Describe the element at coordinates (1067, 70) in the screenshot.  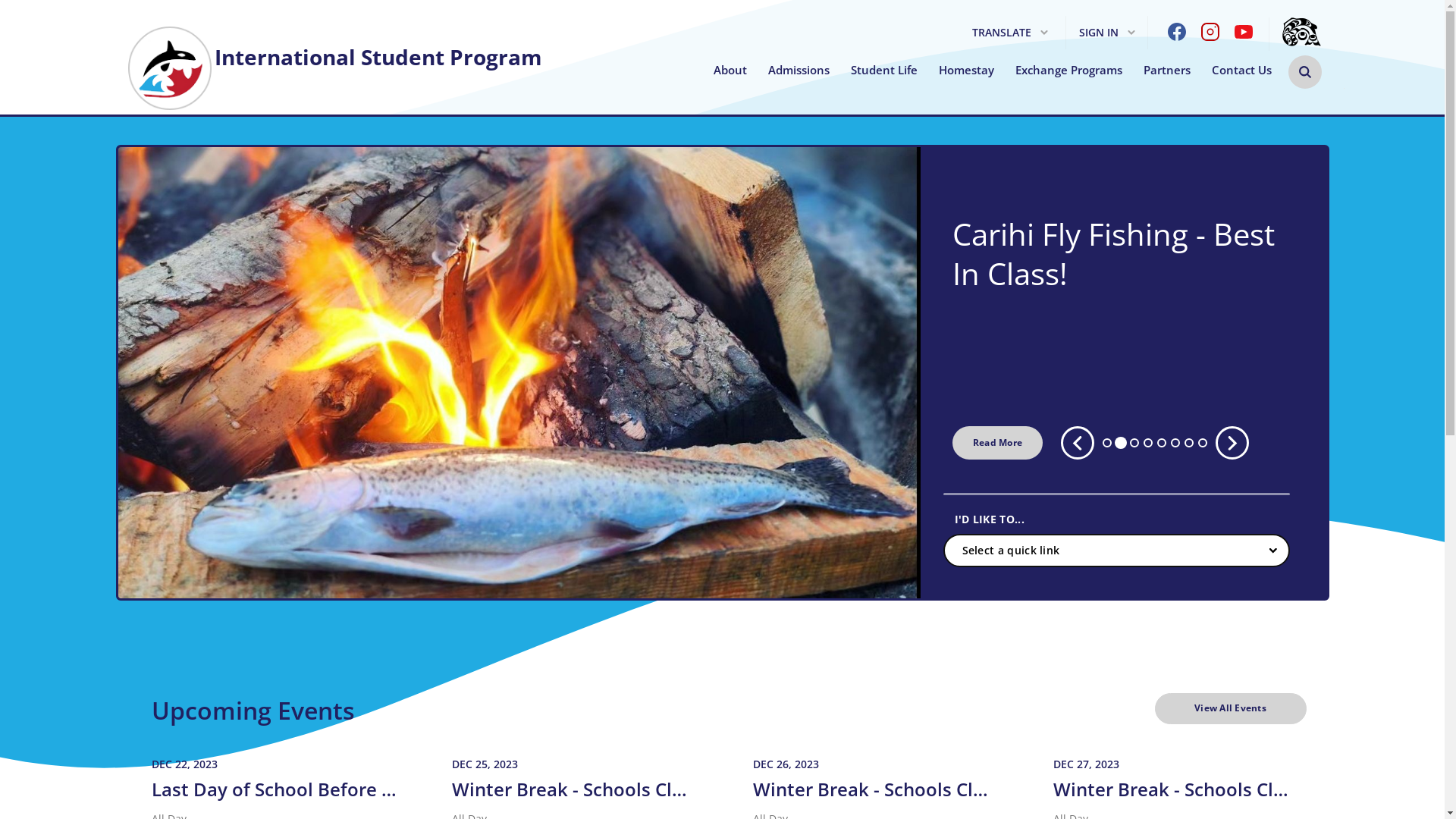
I see `'Exchange Programs'` at that location.